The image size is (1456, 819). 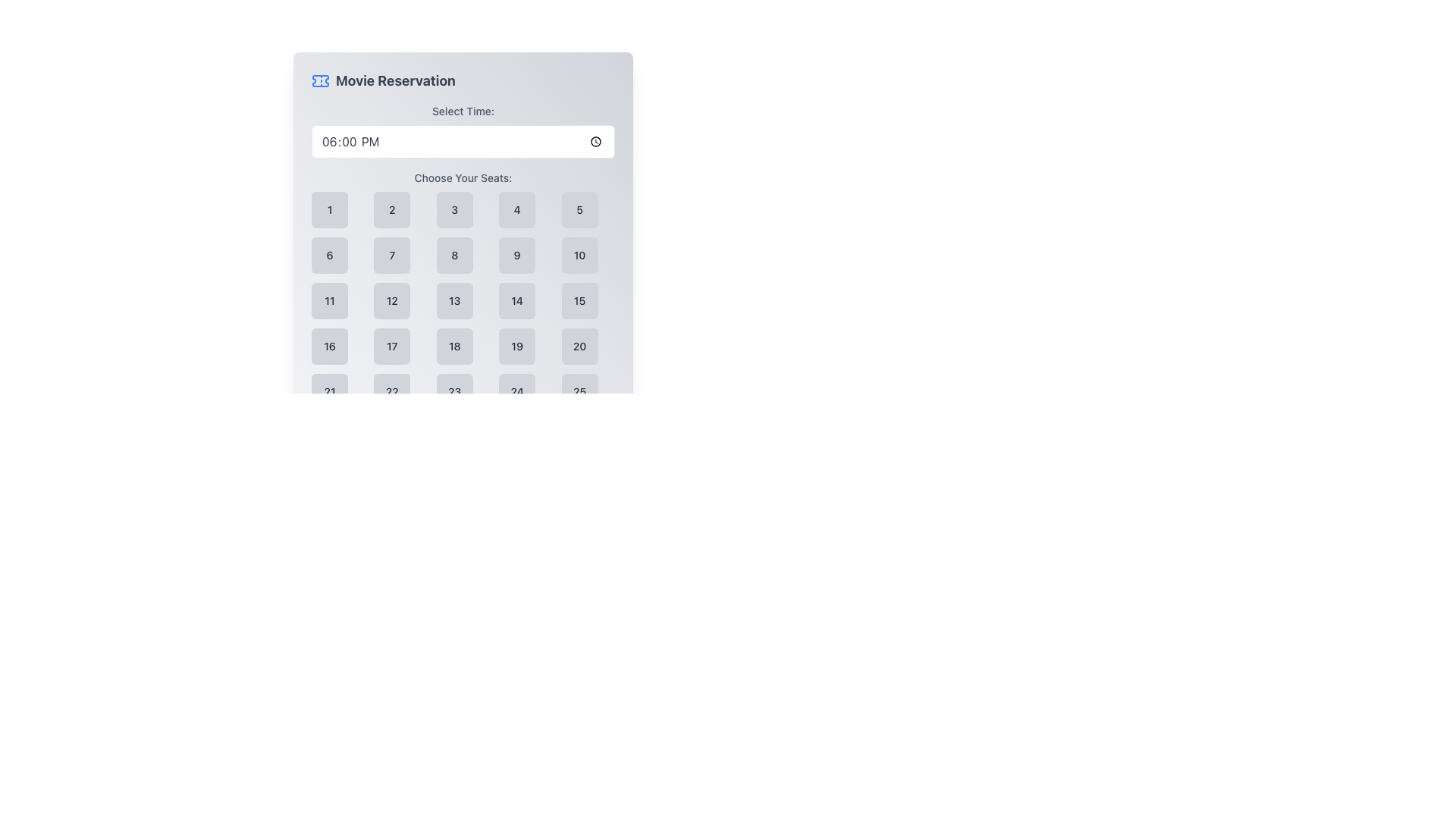 What do you see at coordinates (462, 290) in the screenshot?
I see `the button labeled '13' in the center of the grid` at bounding box center [462, 290].